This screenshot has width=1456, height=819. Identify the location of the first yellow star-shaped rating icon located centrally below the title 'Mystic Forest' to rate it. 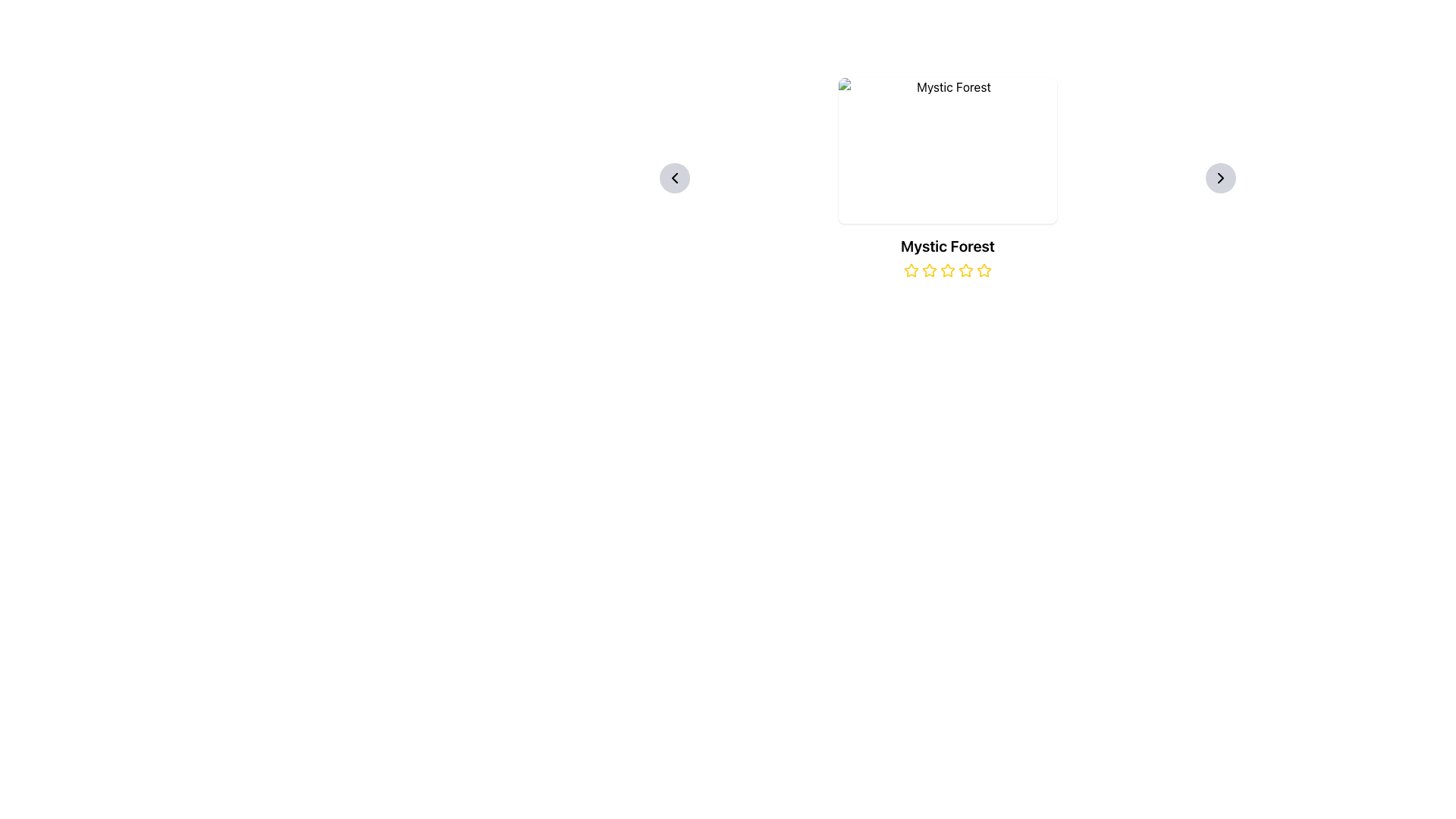
(910, 270).